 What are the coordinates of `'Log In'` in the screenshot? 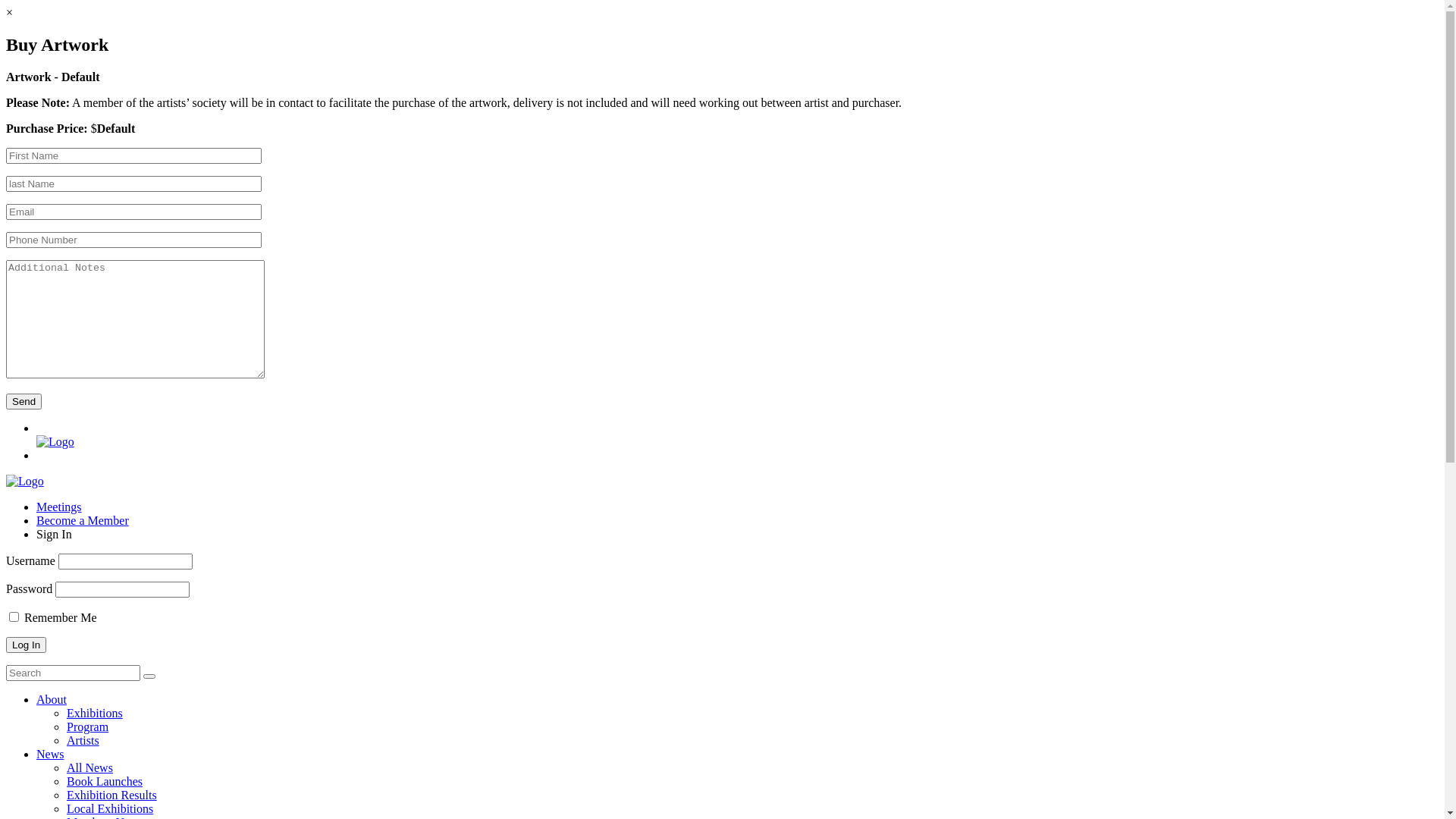 It's located at (26, 645).